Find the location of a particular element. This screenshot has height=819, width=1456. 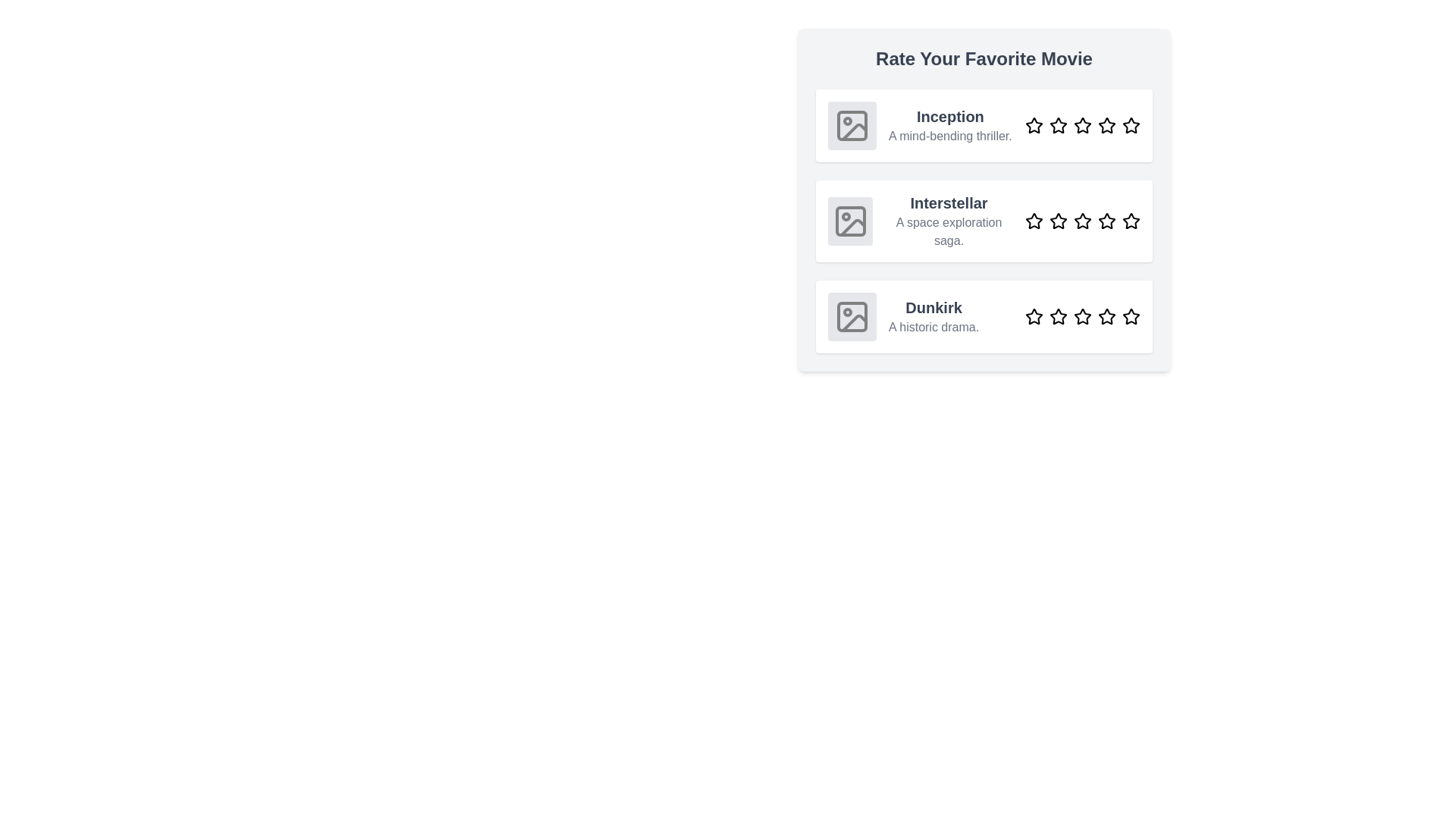

the first interactive rating star with a gray outline for the movie 'Dunkirk' to assign a rating is located at coordinates (1033, 315).